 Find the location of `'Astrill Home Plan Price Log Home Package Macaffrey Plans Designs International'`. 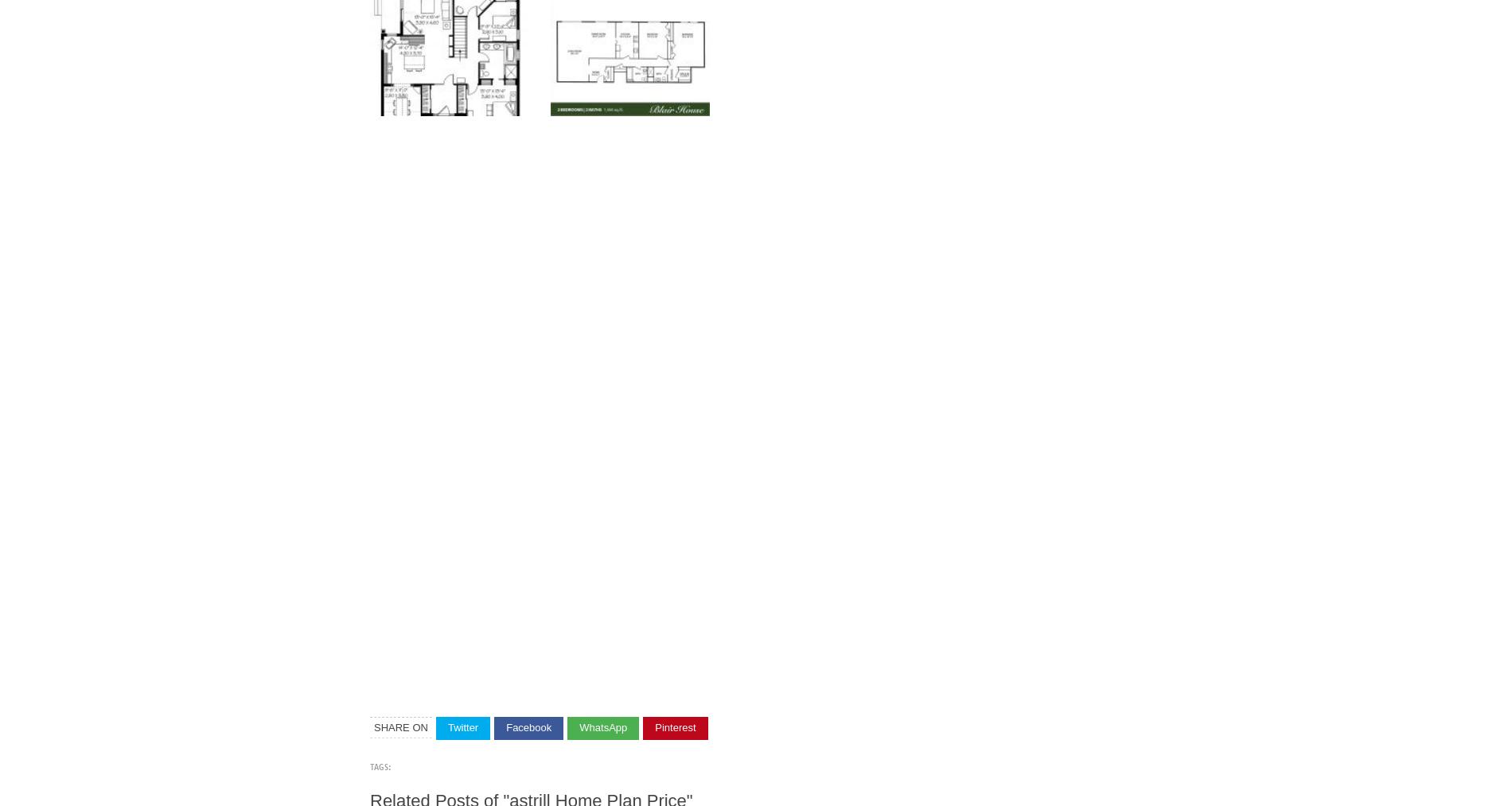

'Astrill Home Plan Price Log Home Package Macaffrey Plans Designs International' is located at coordinates (907, 392).